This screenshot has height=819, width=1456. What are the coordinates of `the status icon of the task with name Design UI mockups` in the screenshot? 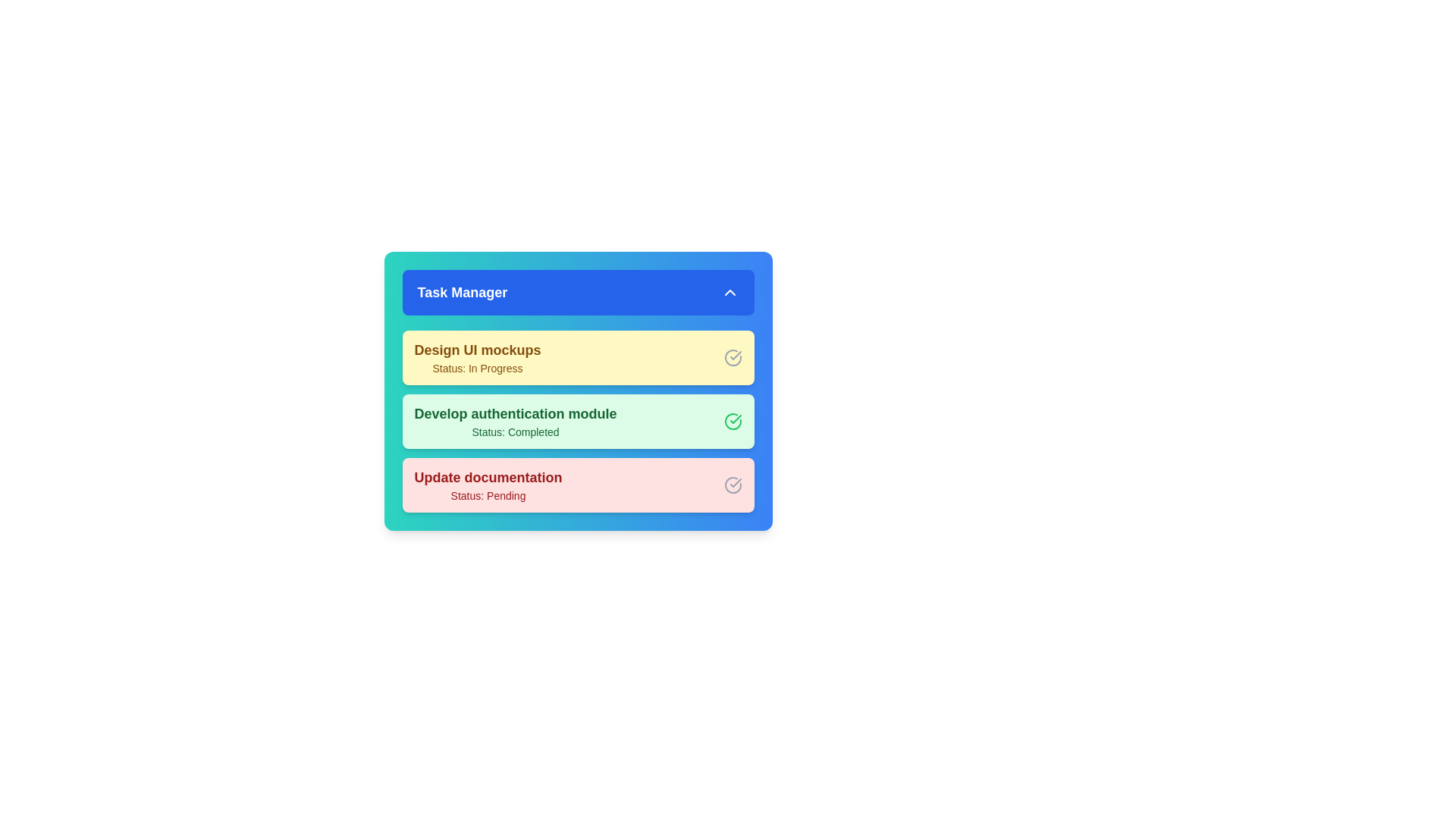 It's located at (733, 357).